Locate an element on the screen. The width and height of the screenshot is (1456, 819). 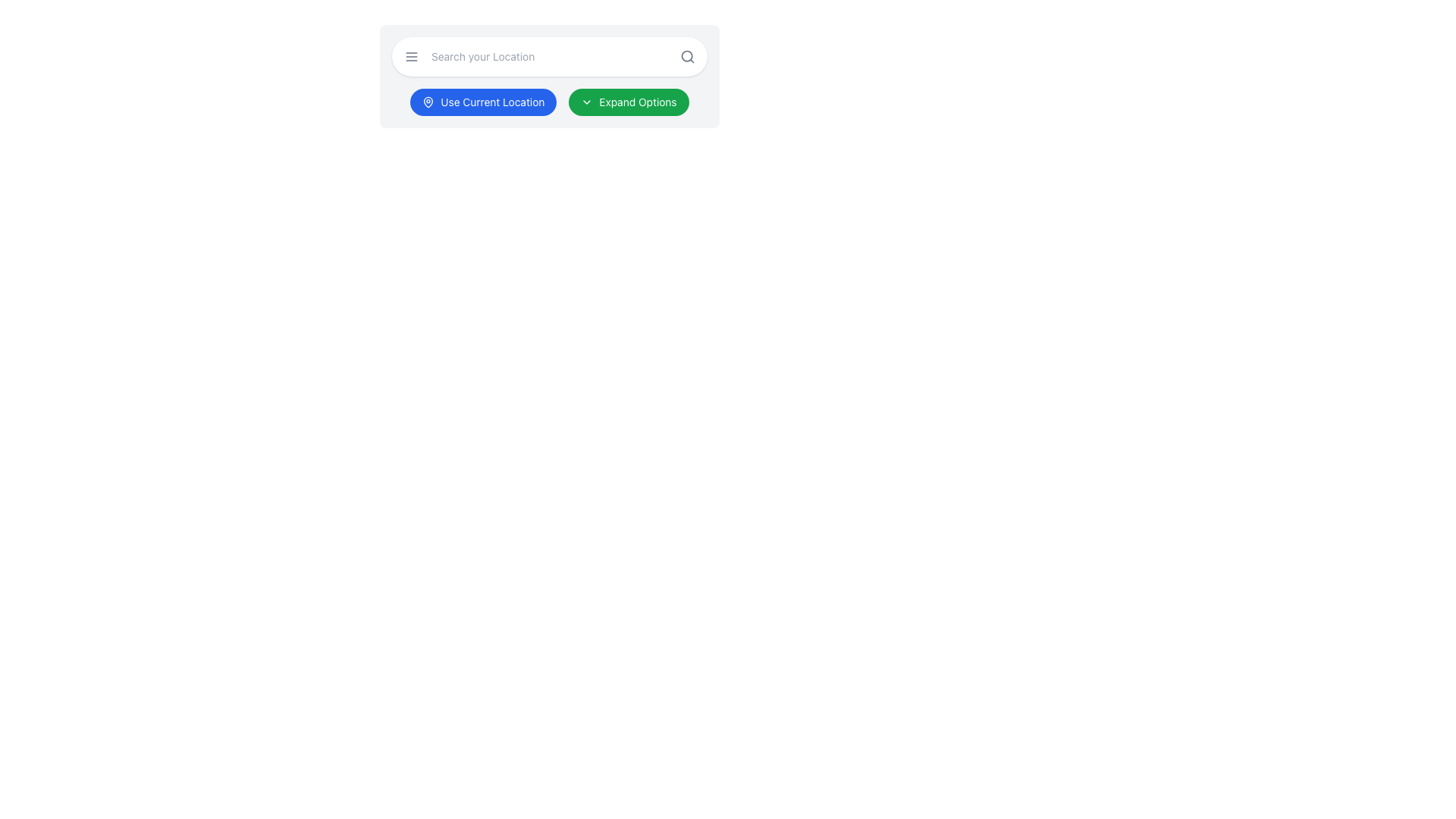
either the 'Use Current Location' button (blue with a location pin icon) or the 'Expand Options' button (green with a downward arrow icon) in the composite element located below the search bar is located at coordinates (548, 102).